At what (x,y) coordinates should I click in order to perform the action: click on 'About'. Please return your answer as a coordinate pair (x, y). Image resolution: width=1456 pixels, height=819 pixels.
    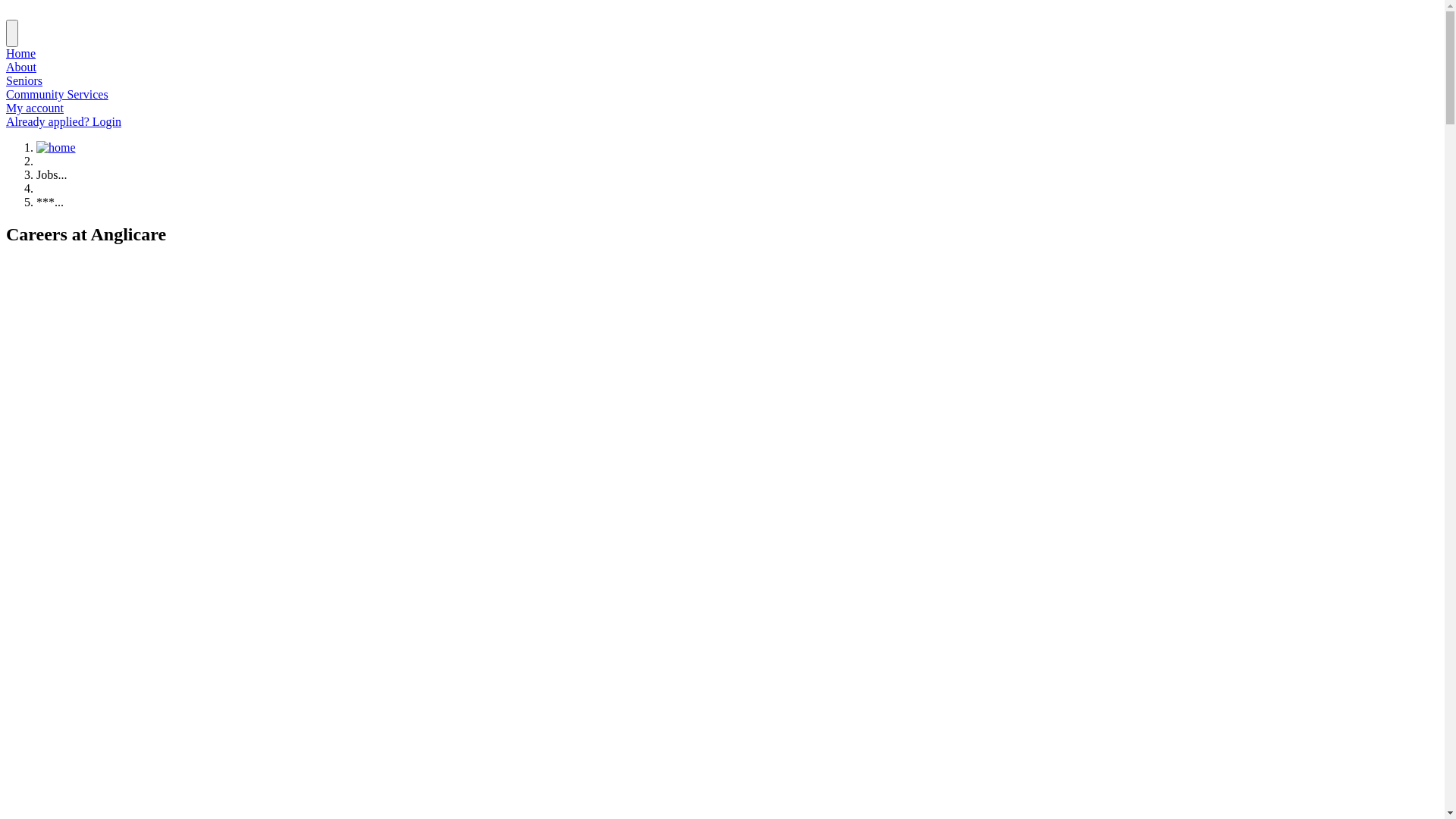
    Looking at the image, I should click on (6, 66).